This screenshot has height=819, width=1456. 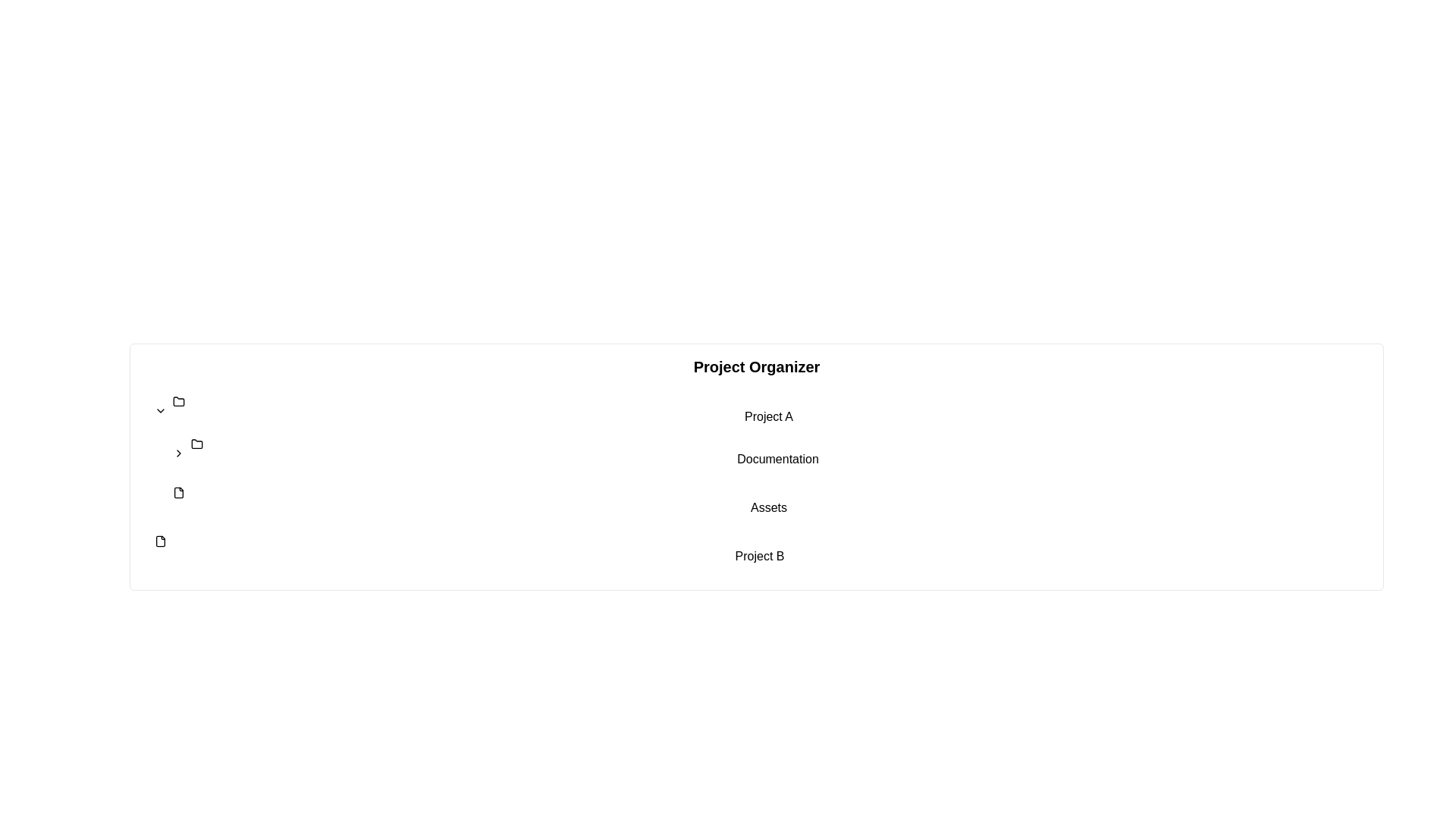 What do you see at coordinates (196, 444) in the screenshot?
I see `the folder icon representing 'Documentation' to view its contents` at bounding box center [196, 444].